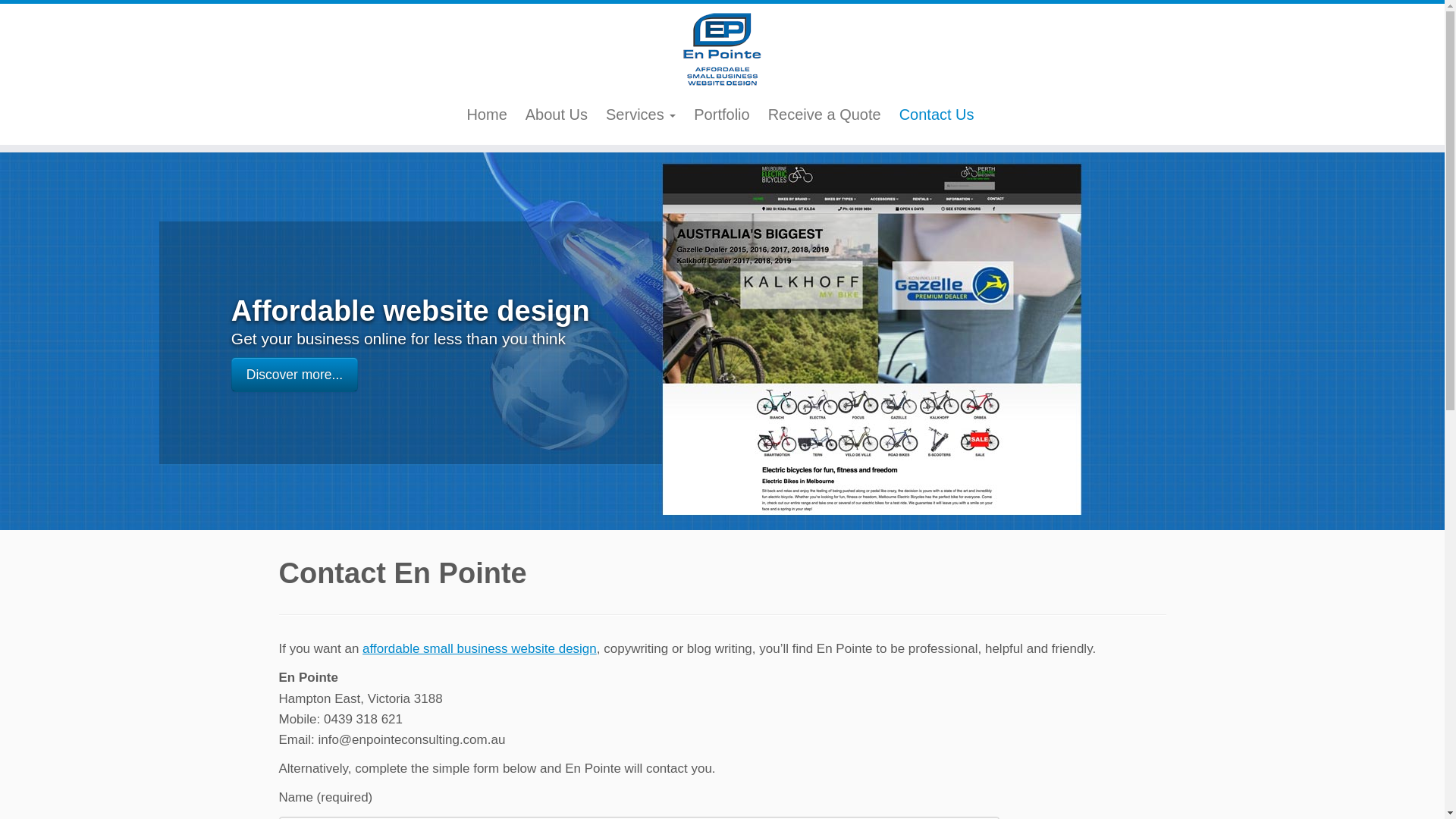 The image size is (1456, 819). I want to click on 'Portfolio', so click(683, 113).